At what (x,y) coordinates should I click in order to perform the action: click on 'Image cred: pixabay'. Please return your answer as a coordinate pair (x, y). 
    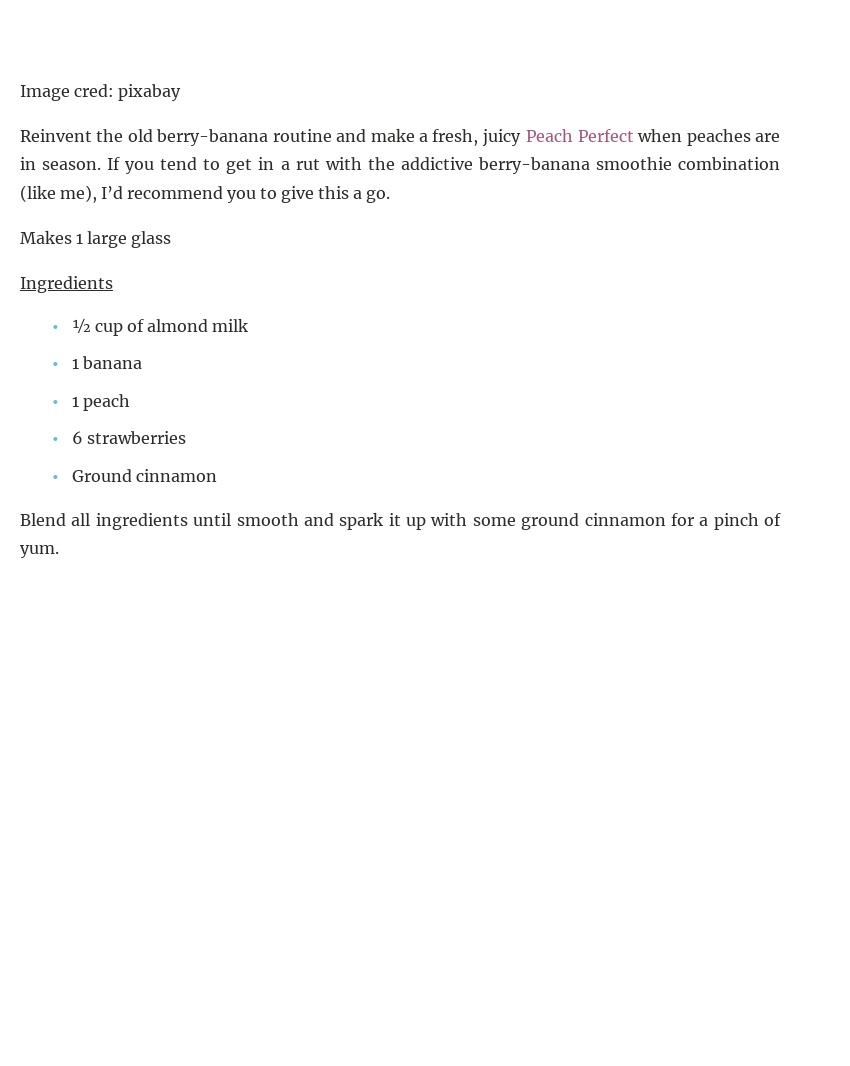
    Looking at the image, I should click on (98, 88).